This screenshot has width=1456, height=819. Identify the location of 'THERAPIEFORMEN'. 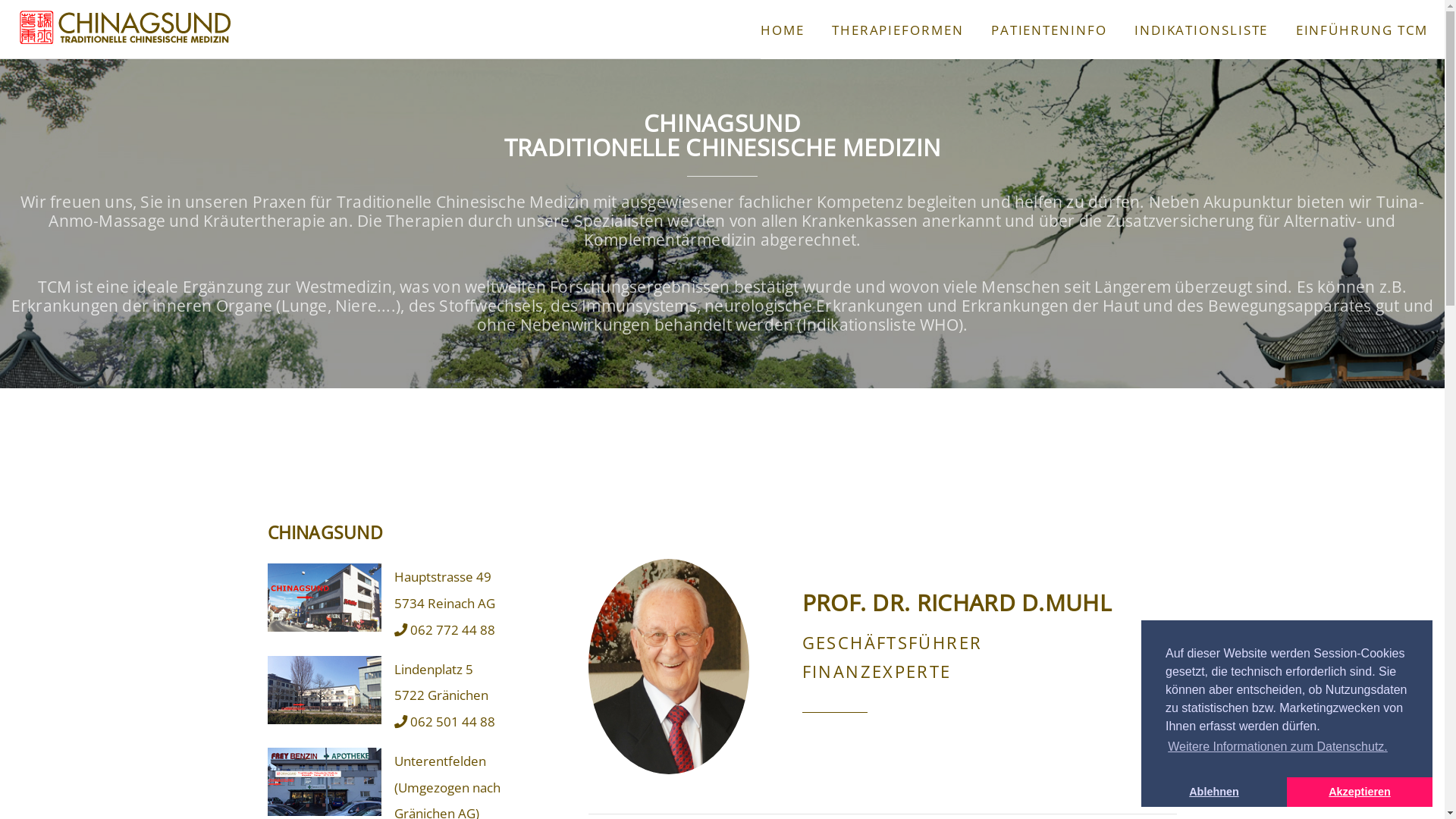
(898, 29).